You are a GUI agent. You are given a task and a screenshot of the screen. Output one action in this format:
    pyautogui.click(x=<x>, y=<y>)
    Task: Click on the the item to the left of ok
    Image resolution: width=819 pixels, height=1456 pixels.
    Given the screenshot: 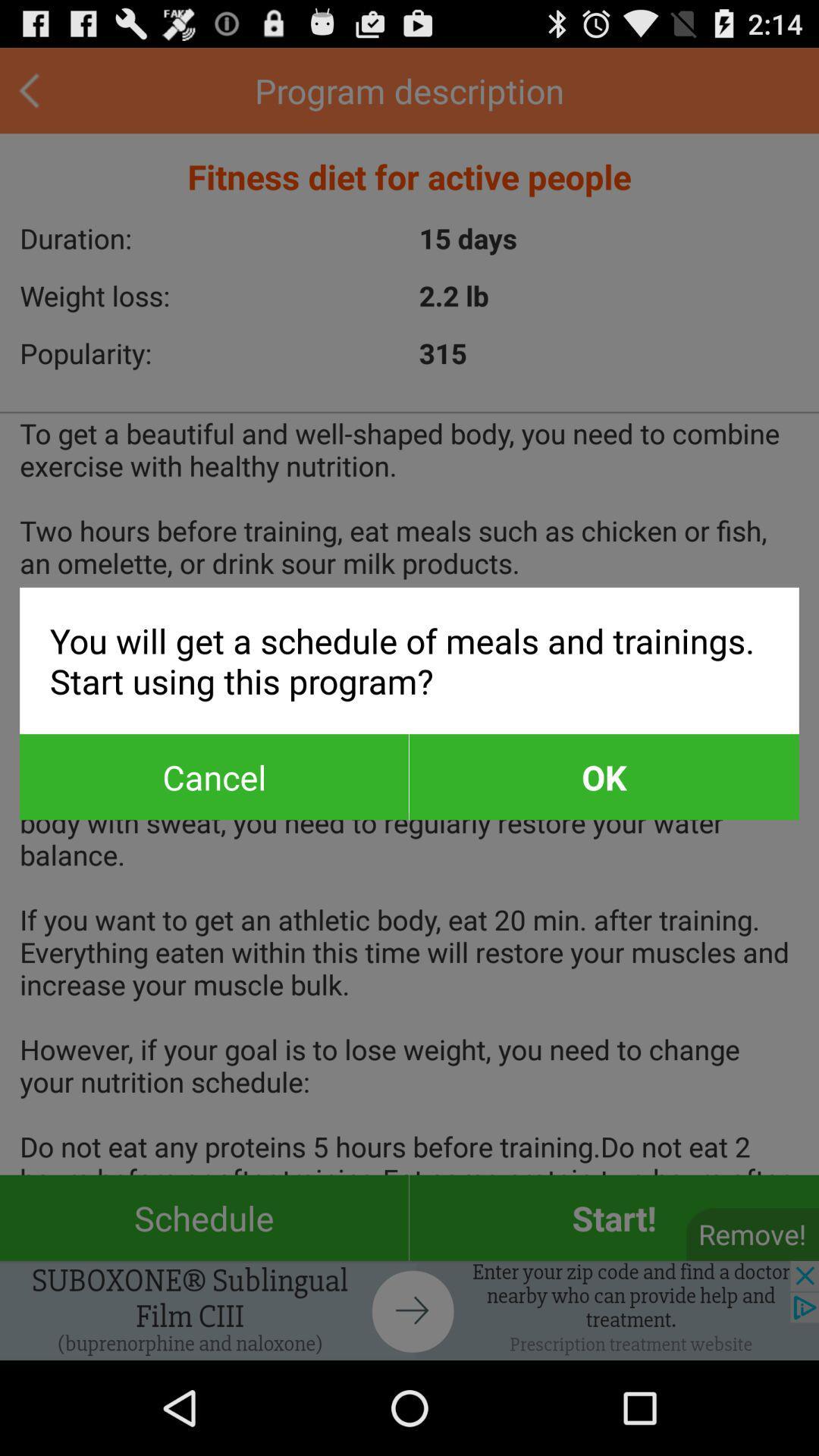 What is the action you would take?
    pyautogui.click(x=214, y=777)
    